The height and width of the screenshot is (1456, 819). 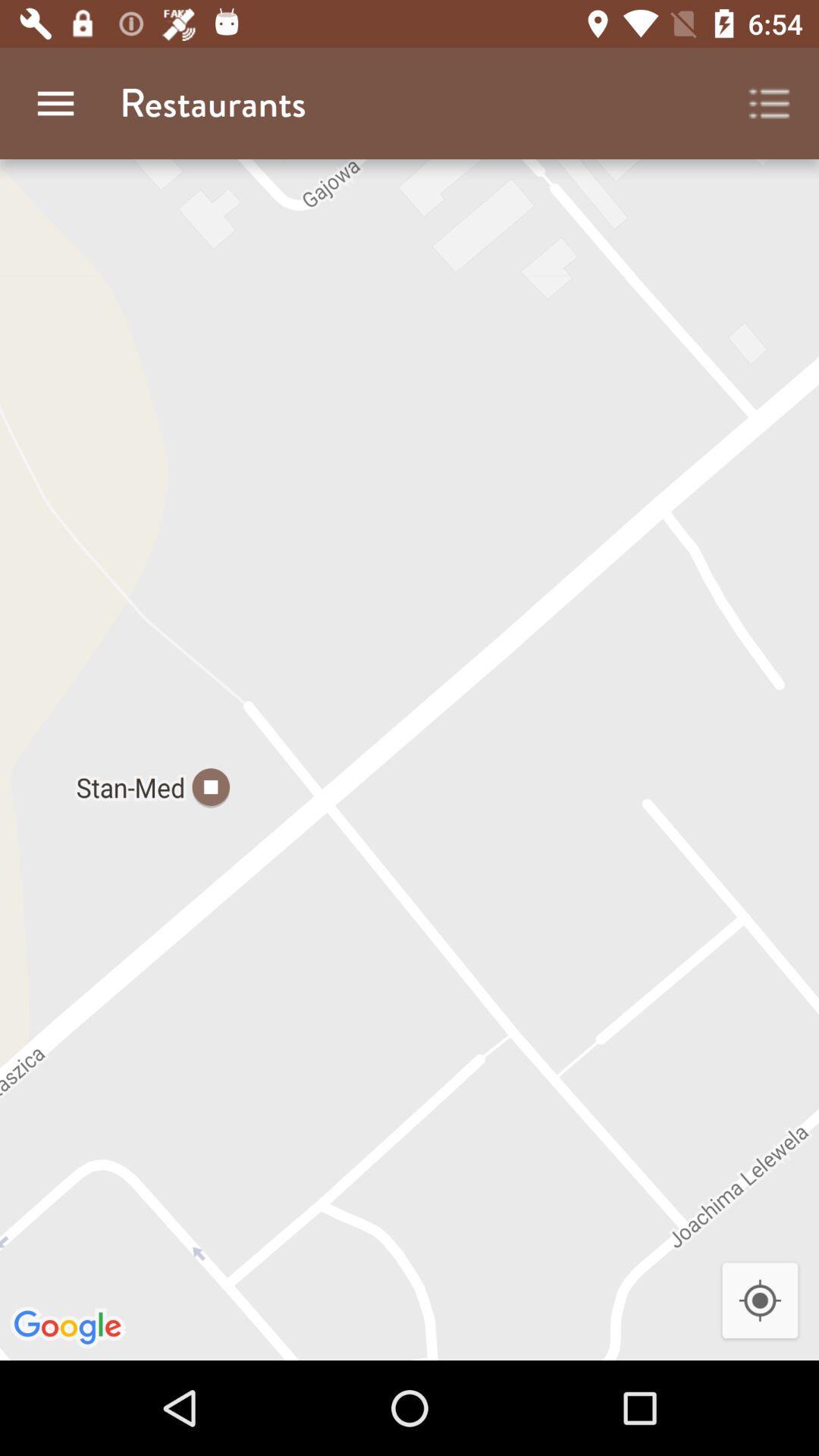 What do you see at coordinates (760, 1301) in the screenshot?
I see `icon at the bottom right corner` at bounding box center [760, 1301].